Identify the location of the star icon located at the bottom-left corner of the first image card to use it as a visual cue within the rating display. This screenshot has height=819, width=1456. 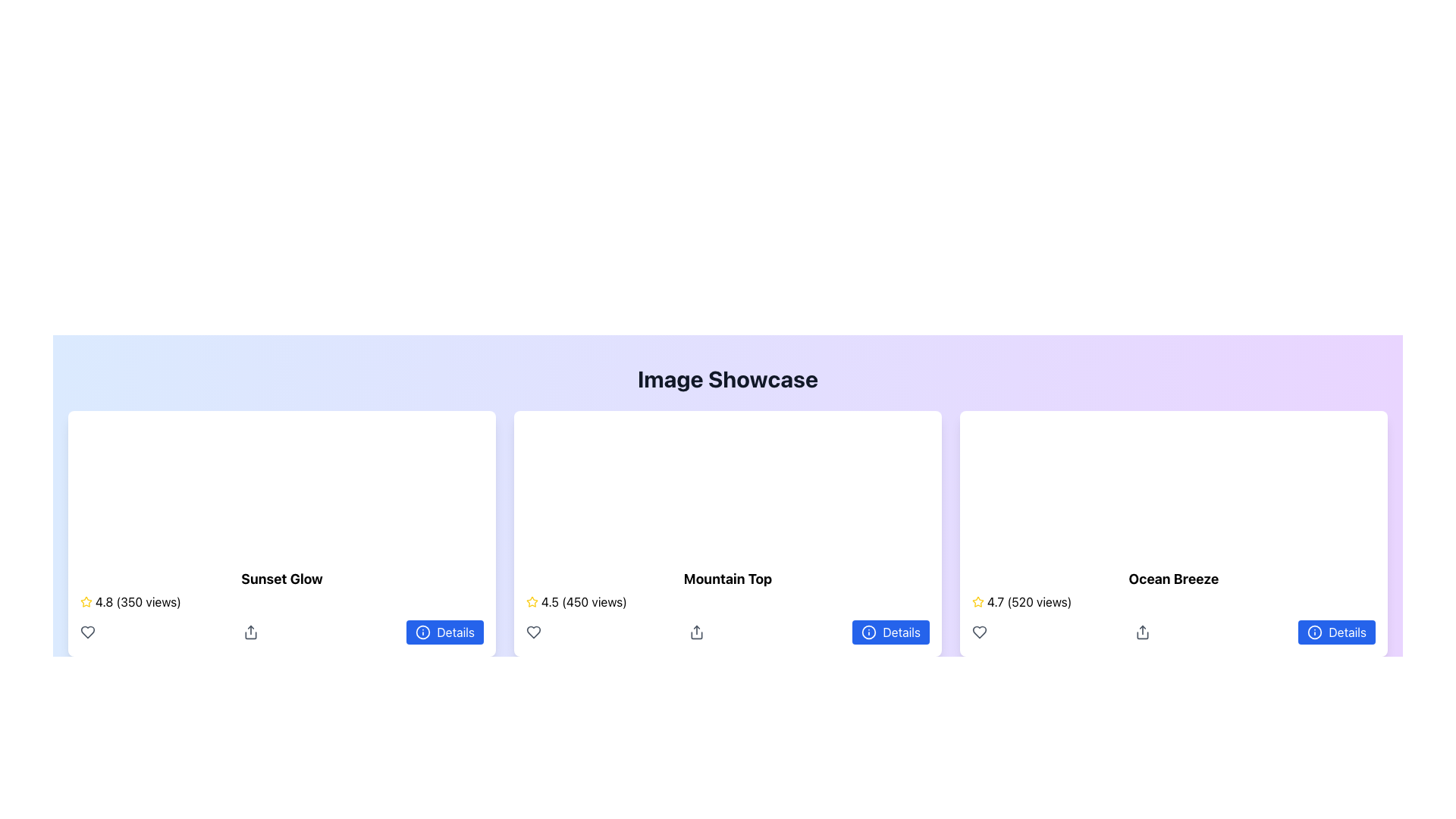
(86, 601).